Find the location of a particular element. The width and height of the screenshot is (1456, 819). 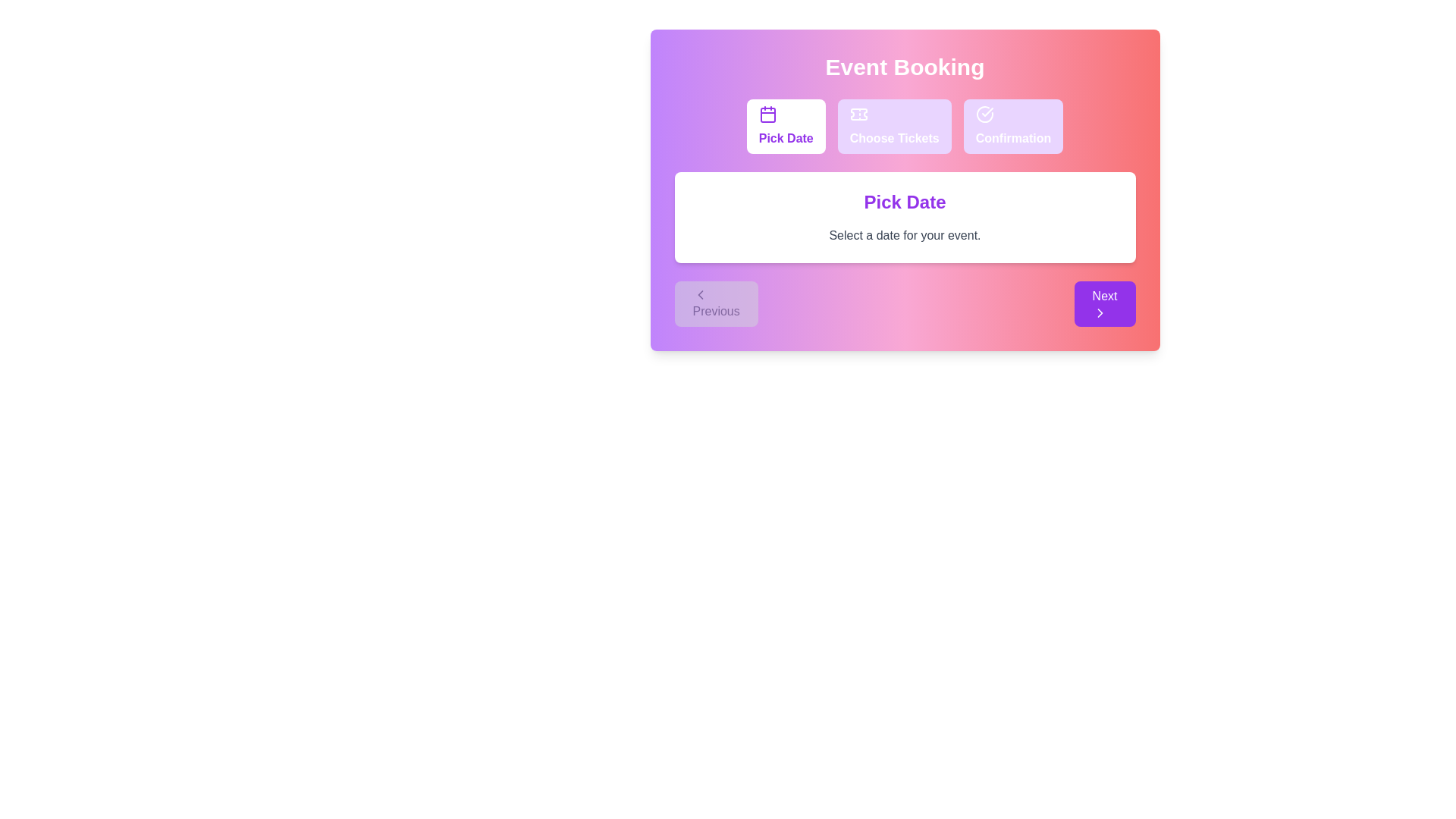

the 'Next' button located in the bottom-right corner of the card-like interface, which features a right-facing arrow icon and the label 'Next' is located at coordinates (1100, 312).